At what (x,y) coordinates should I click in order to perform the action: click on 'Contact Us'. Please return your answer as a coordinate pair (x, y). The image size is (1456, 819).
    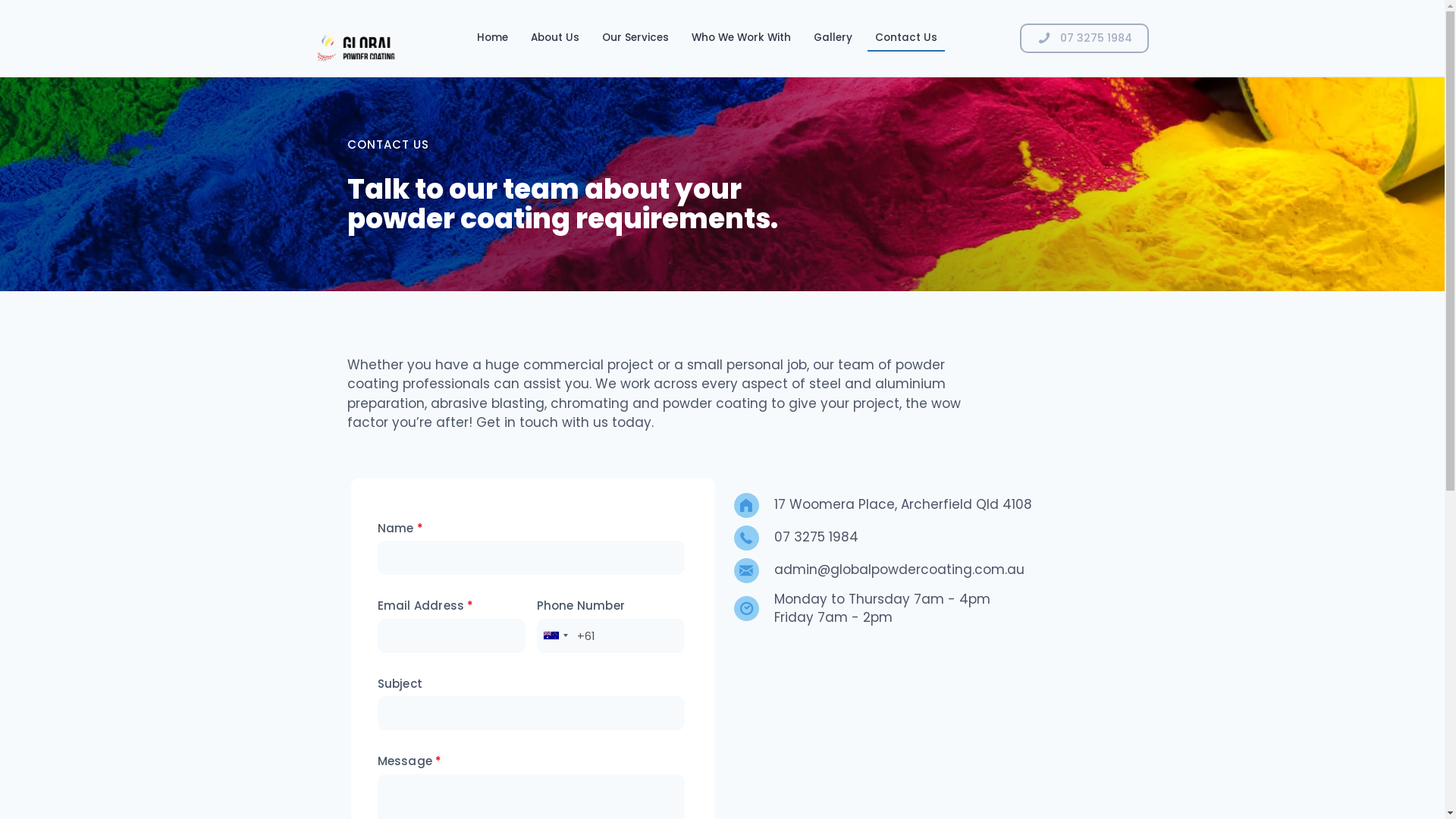
    Looking at the image, I should click on (906, 37).